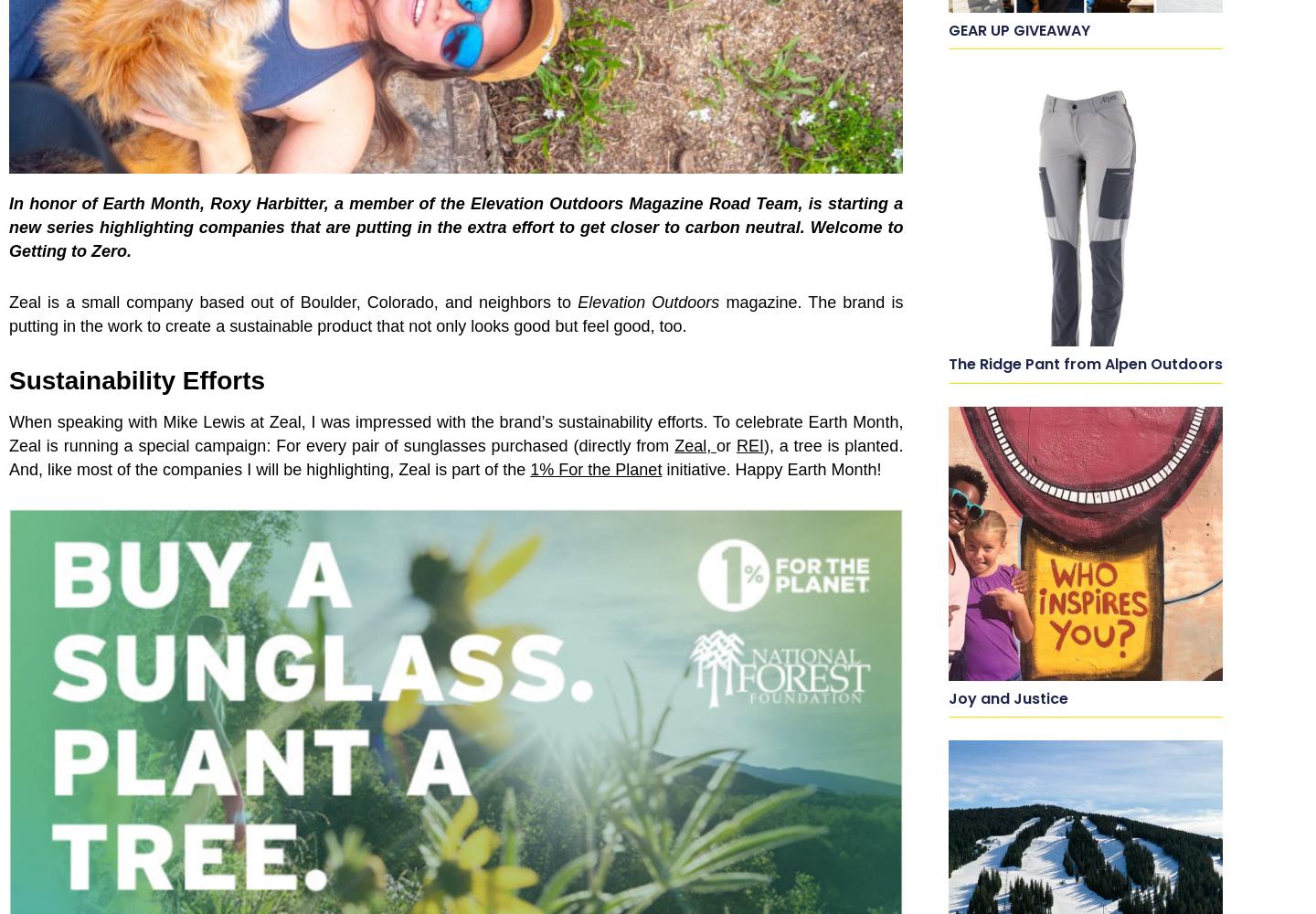 The width and height of the screenshot is (1316, 914). Describe the element at coordinates (748, 445) in the screenshot. I see `'REI'` at that location.